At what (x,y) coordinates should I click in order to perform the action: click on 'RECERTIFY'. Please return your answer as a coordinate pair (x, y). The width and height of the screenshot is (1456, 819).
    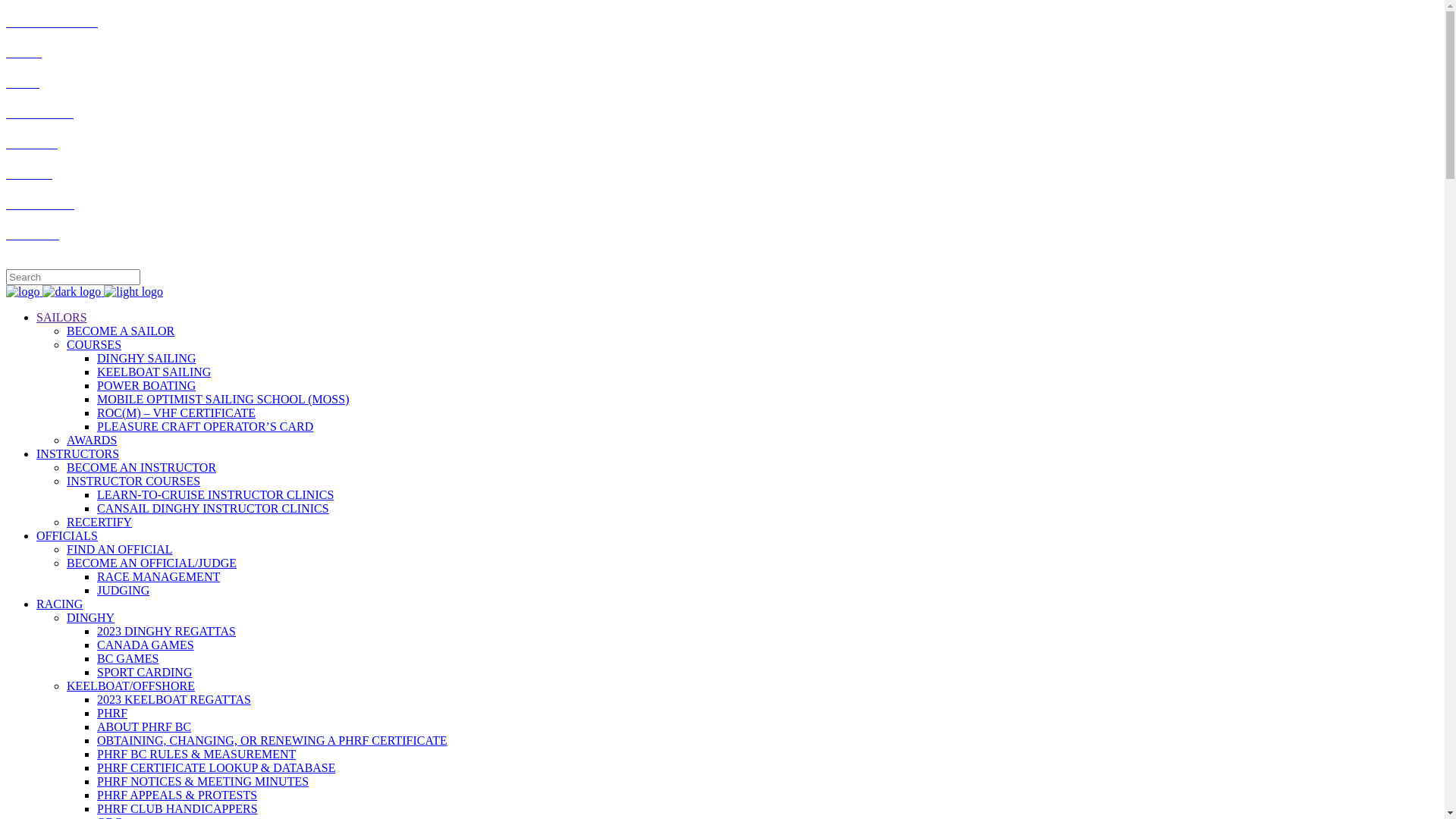
    Looking at the image, I should click on (98, 521).